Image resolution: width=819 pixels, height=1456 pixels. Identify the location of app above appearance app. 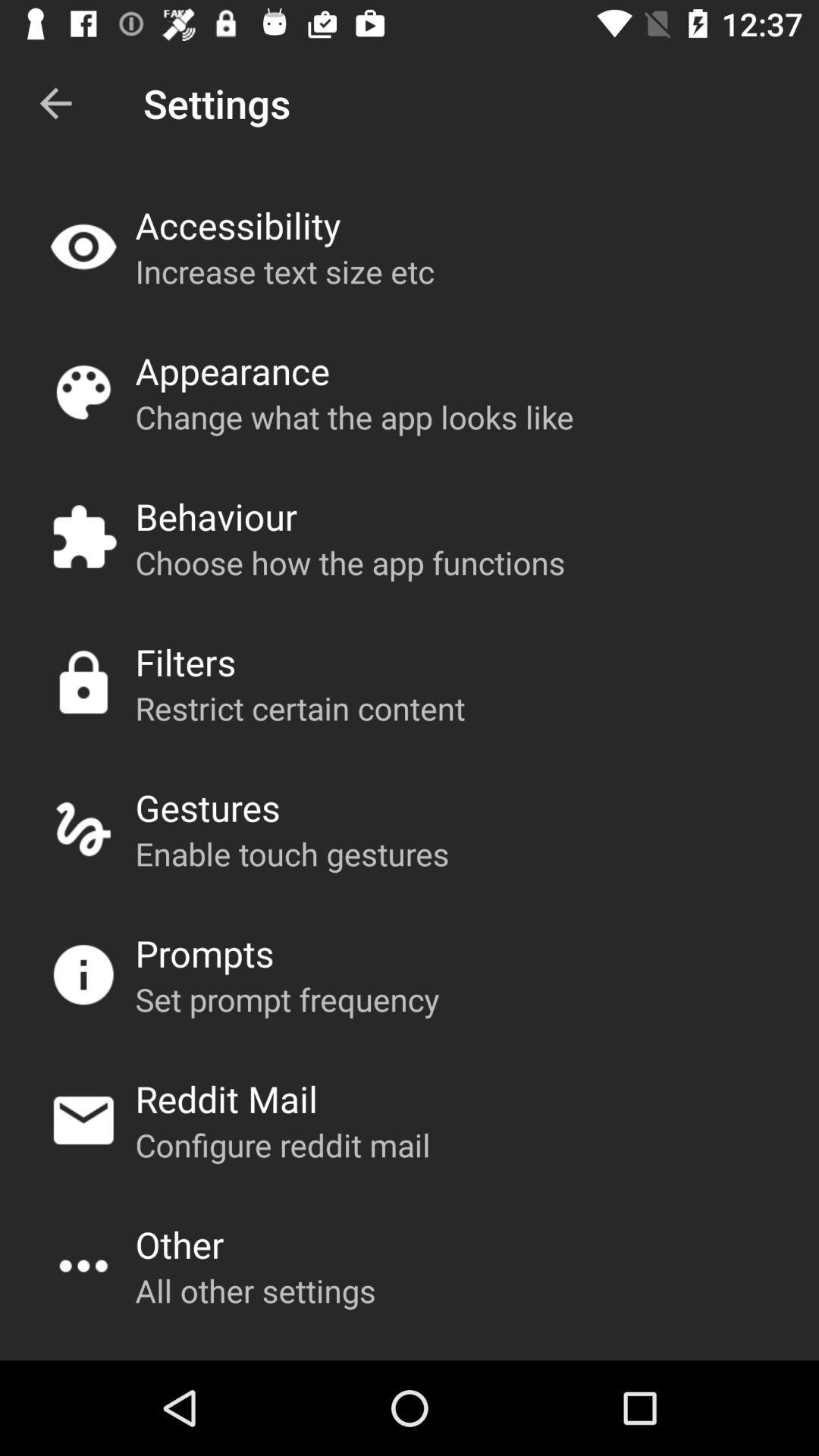
(284, 271).